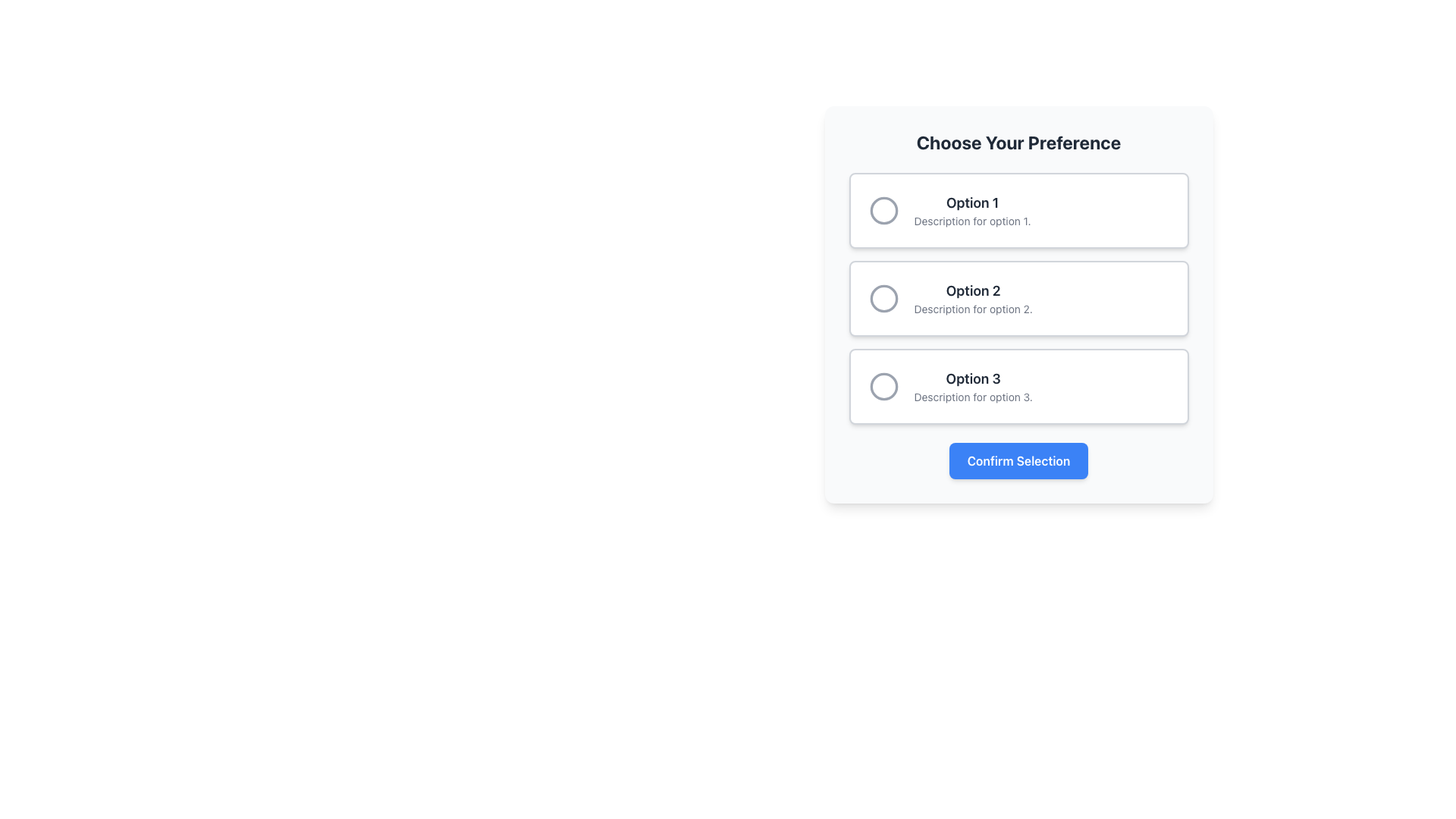 Image resolution: width=1456 pixels, height=819 pixels. Describe the element at coordinates (973, 298) in the screenshot. I see `the descriptive text block for 'Option 2', which is the second item in a vertically stacked group of three options in a card format` at that location.